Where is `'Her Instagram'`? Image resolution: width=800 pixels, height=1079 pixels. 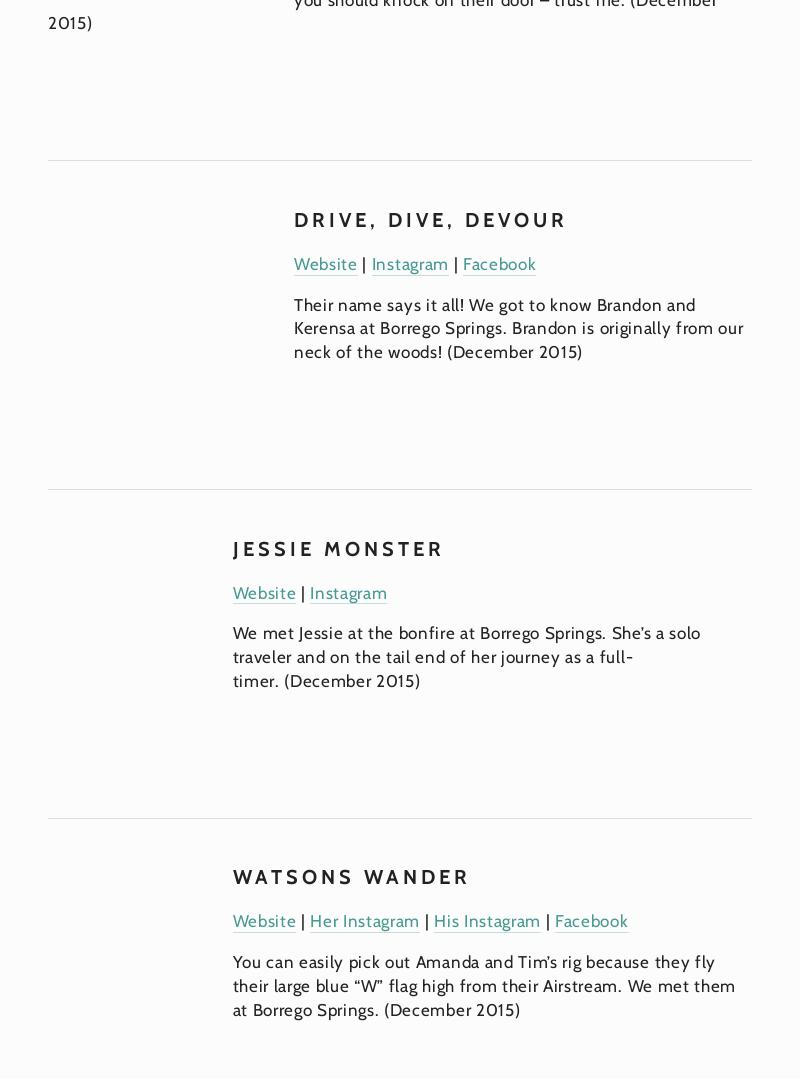 'Her Instagram' is located at coordinates (365, 921).